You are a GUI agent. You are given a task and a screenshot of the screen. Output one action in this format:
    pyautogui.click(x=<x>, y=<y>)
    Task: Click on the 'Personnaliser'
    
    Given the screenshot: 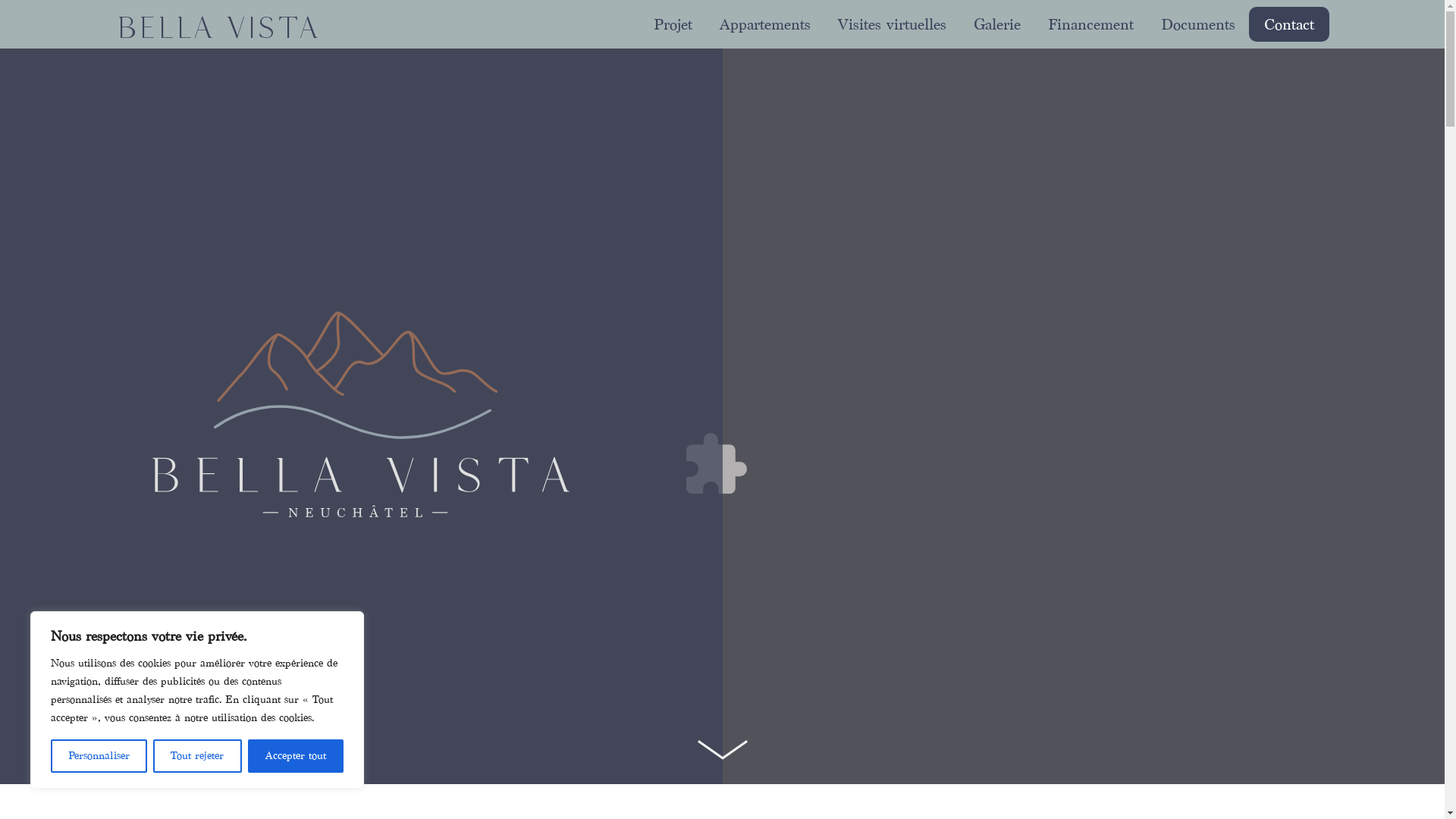 What is the action you would take?
    pyautogui.click(x=98, y=755)
    